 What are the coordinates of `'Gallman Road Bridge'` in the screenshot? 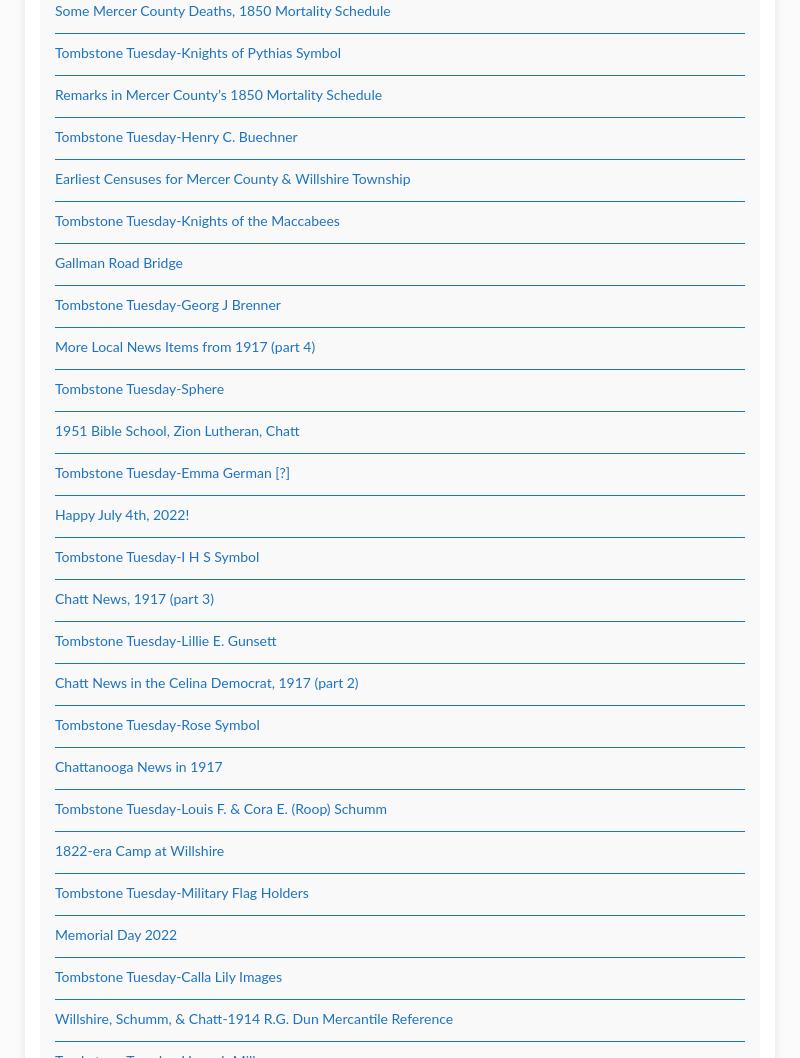 It's located at (54, 263).